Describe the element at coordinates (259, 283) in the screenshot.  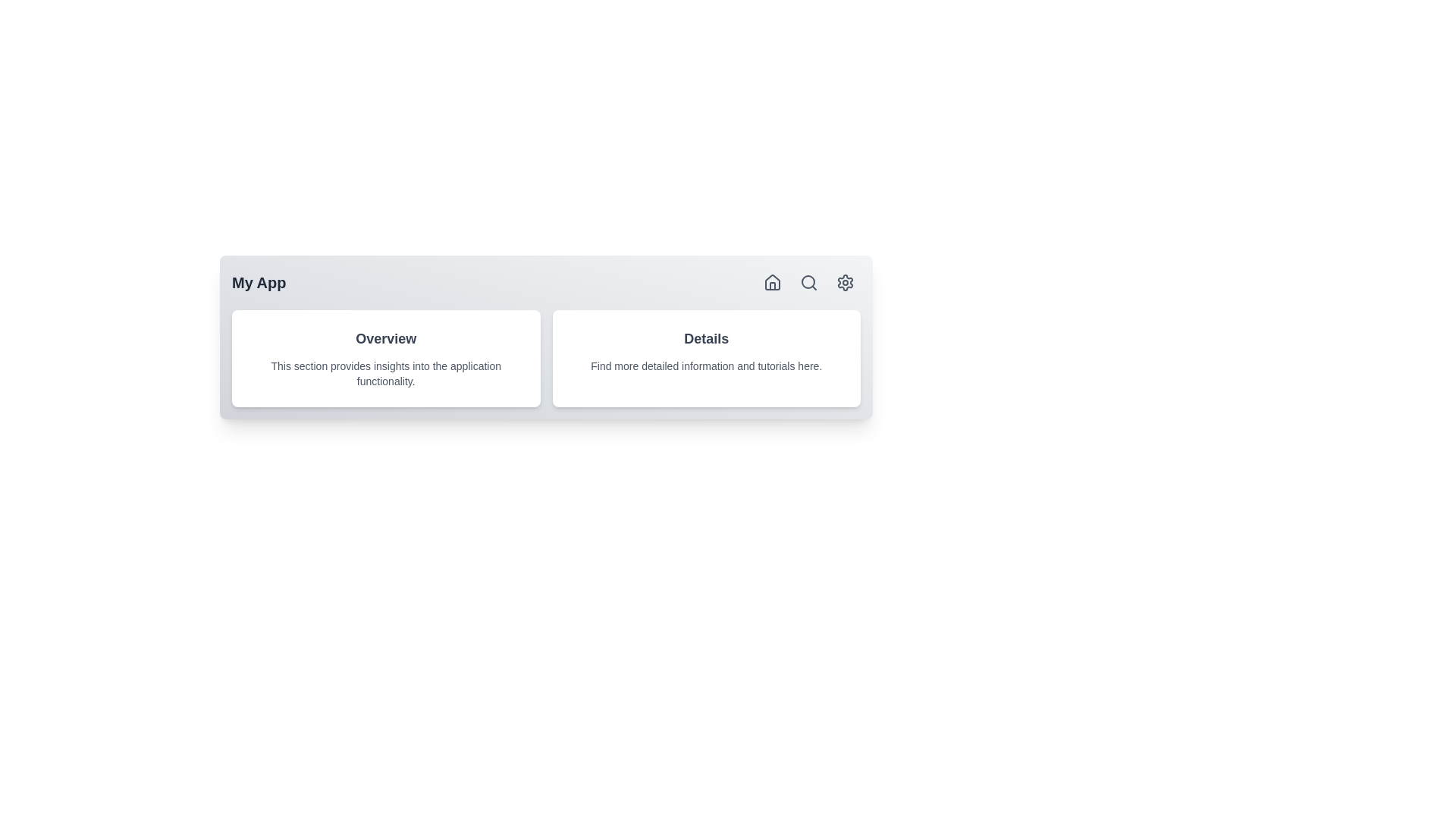
I see `the branding label located at the top-left corner of the application interface` at that location.